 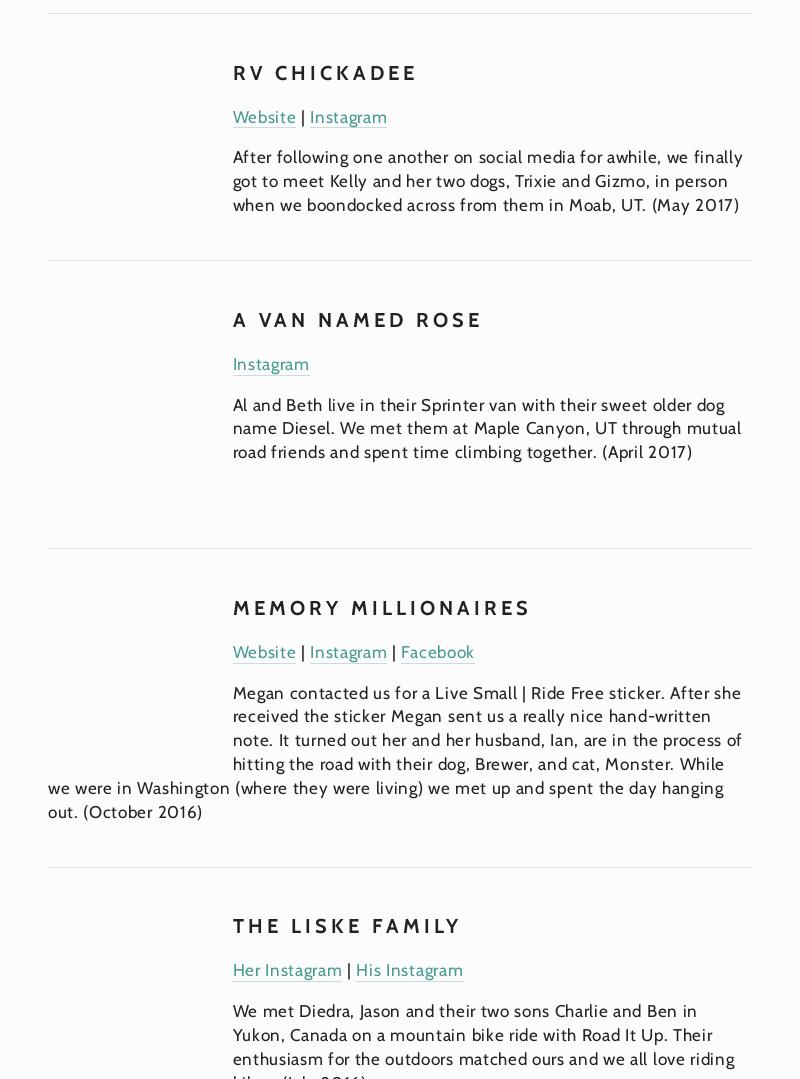 I want to click on 'RV Chickadee', so click(x=231, y=70).